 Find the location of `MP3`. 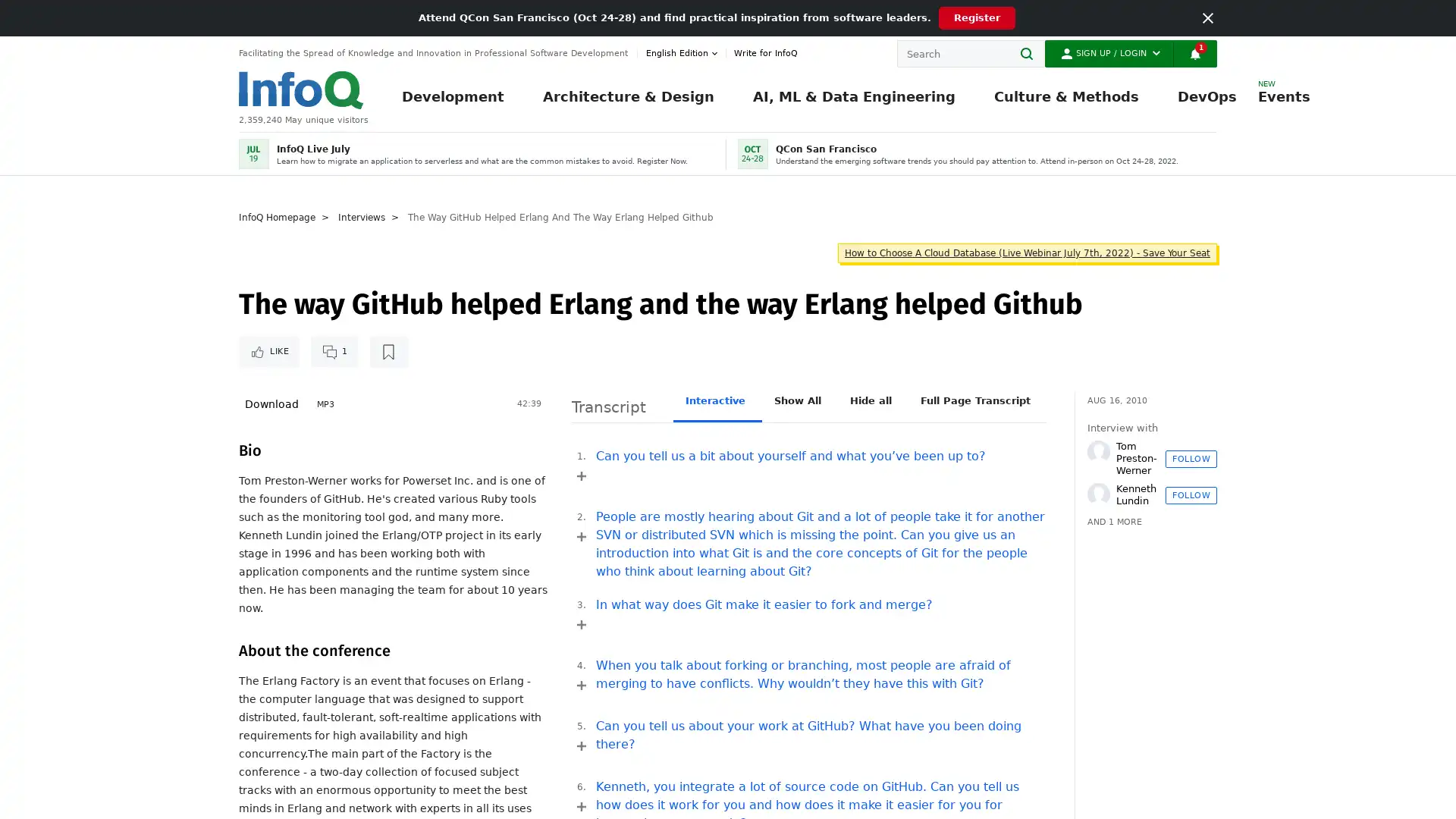

MP3 is located at coordinates (325, 403).